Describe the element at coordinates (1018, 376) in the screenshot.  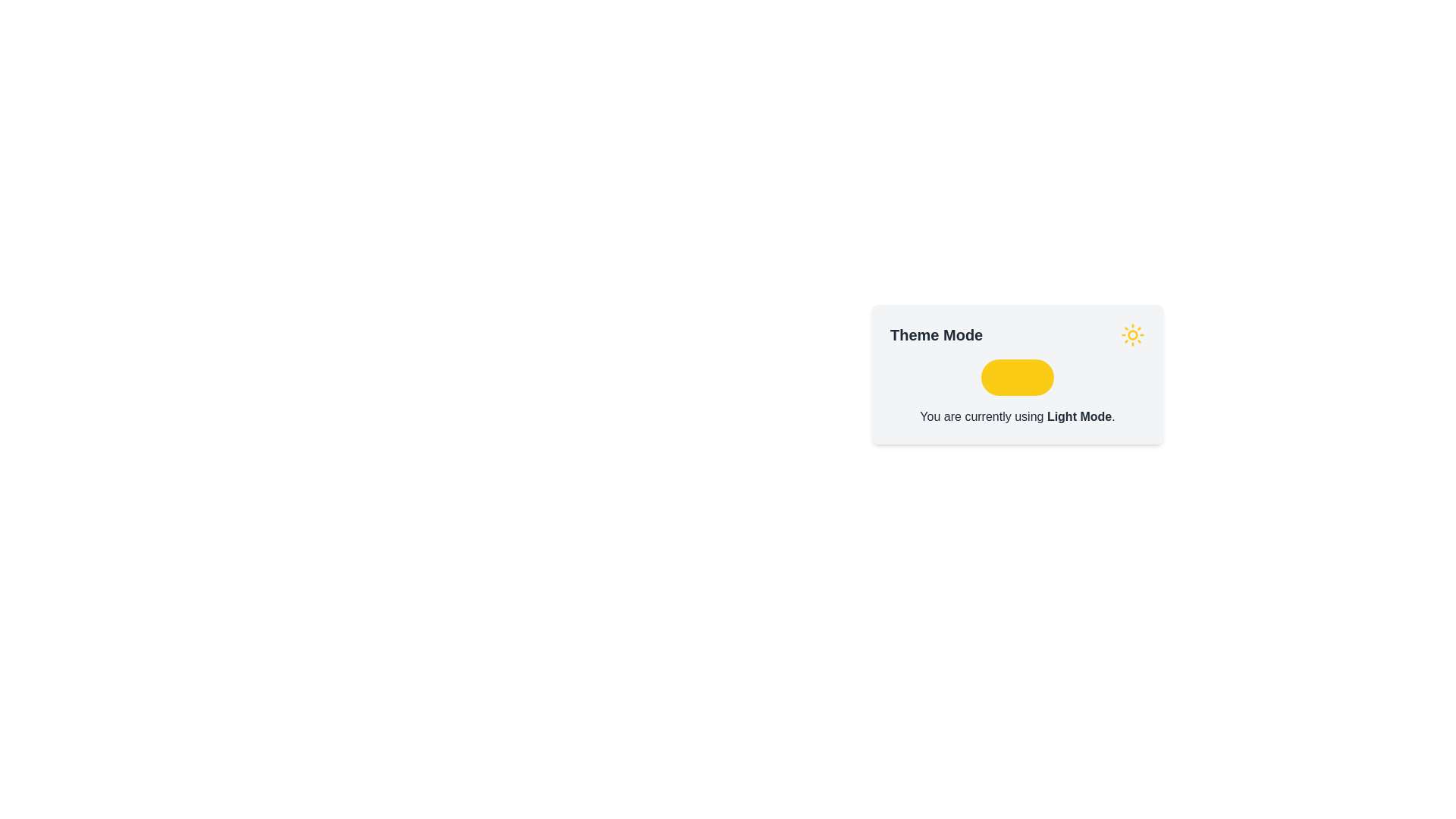
I see `the oval-shaped toggle button with a bright yellow background located in the 'Theme Mode' section` at that location.